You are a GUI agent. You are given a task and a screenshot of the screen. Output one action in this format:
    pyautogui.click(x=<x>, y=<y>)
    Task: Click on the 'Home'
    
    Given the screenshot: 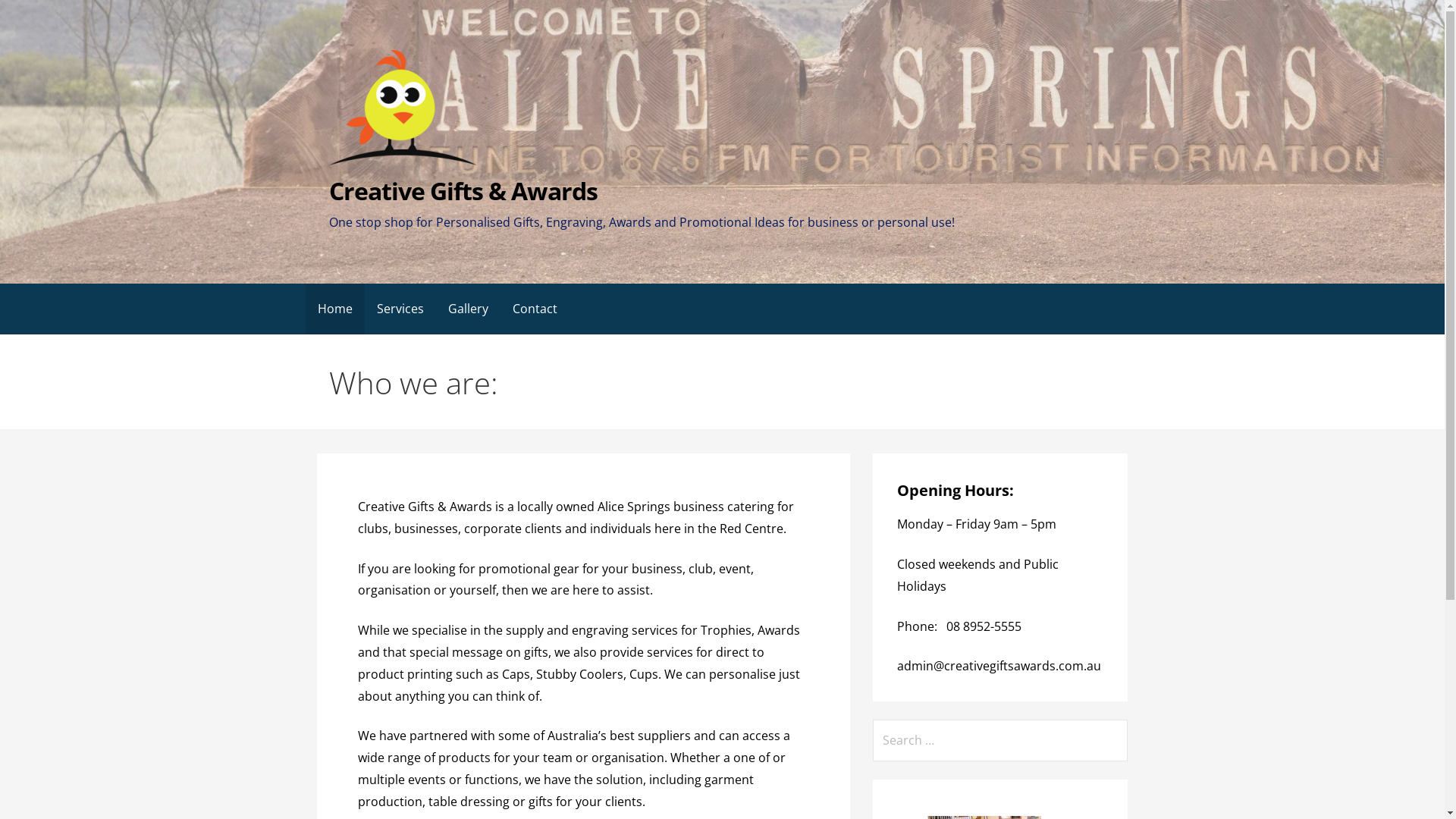 What is the action you would take?
    pyautogui.click(x=304, y=308)
    